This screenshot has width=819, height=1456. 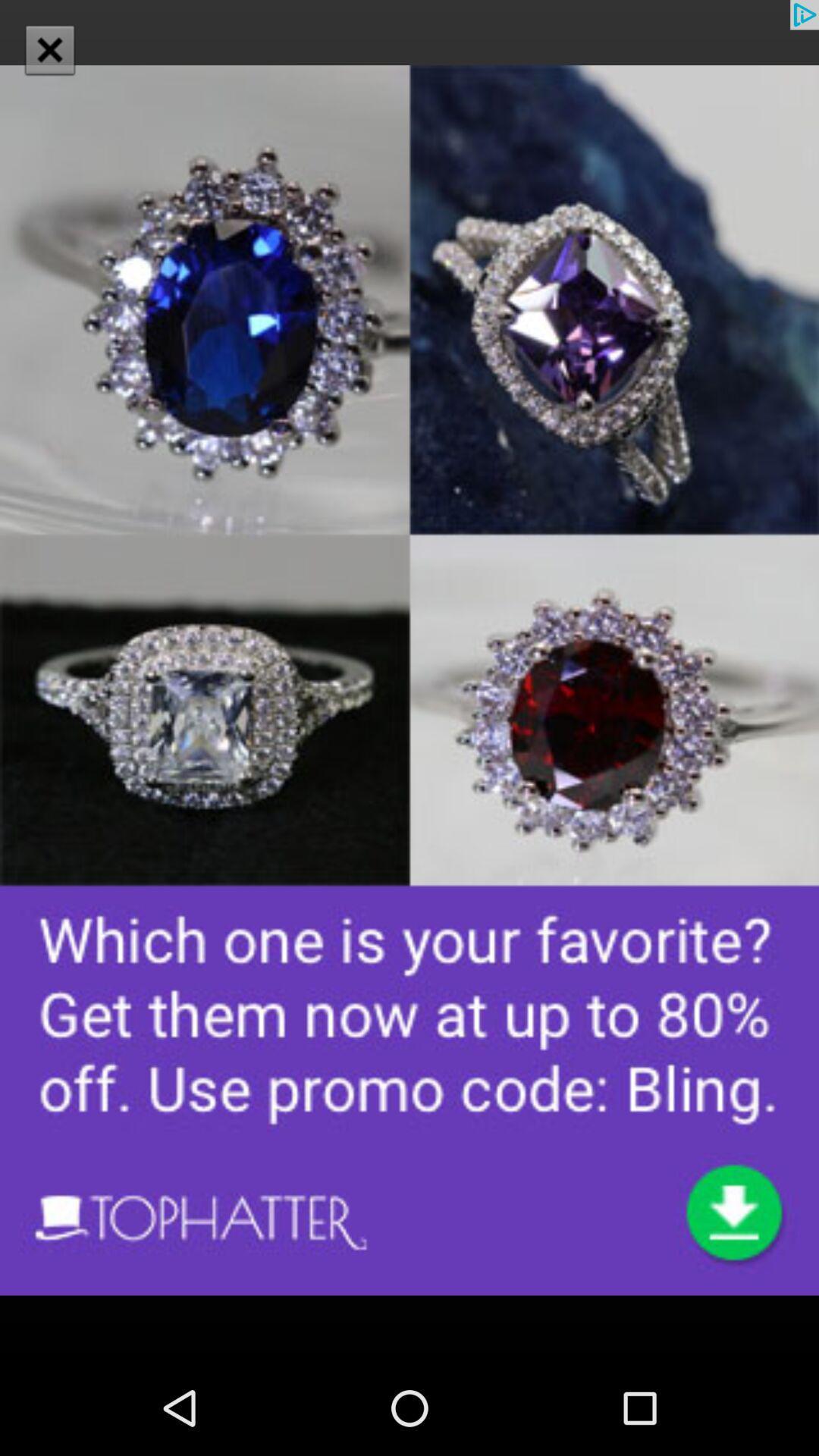 What do you see at coordinates (49, 53) in the screenshot?
I see `the close icon` at bounding box center [49, 53].